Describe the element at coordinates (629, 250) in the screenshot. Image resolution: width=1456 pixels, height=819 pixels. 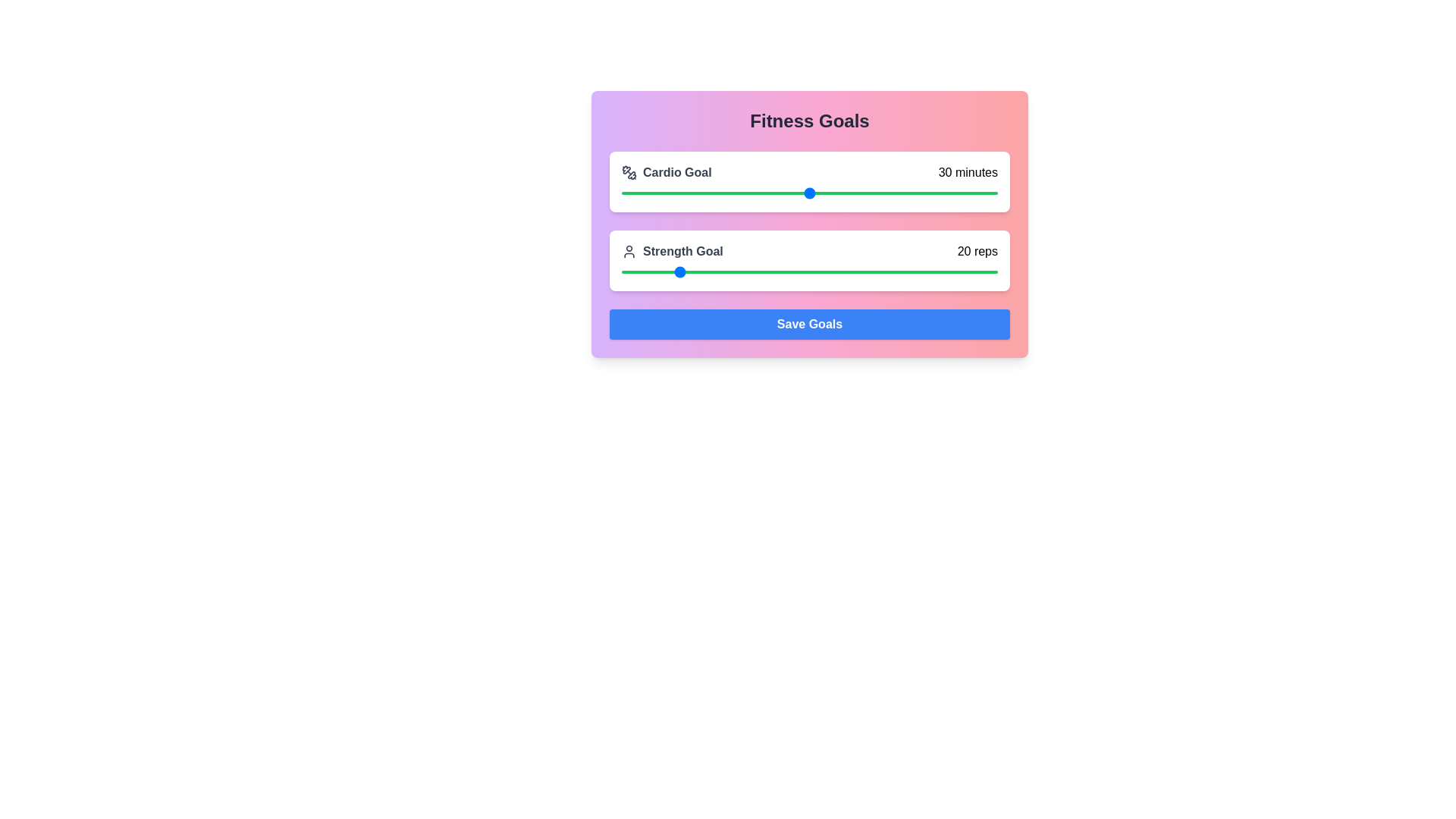
I see `the icon representing the 'Strength Goal' located to the left of the corresponding text in the lower section of the card interface under 'Fitness Goals.'` at that location.